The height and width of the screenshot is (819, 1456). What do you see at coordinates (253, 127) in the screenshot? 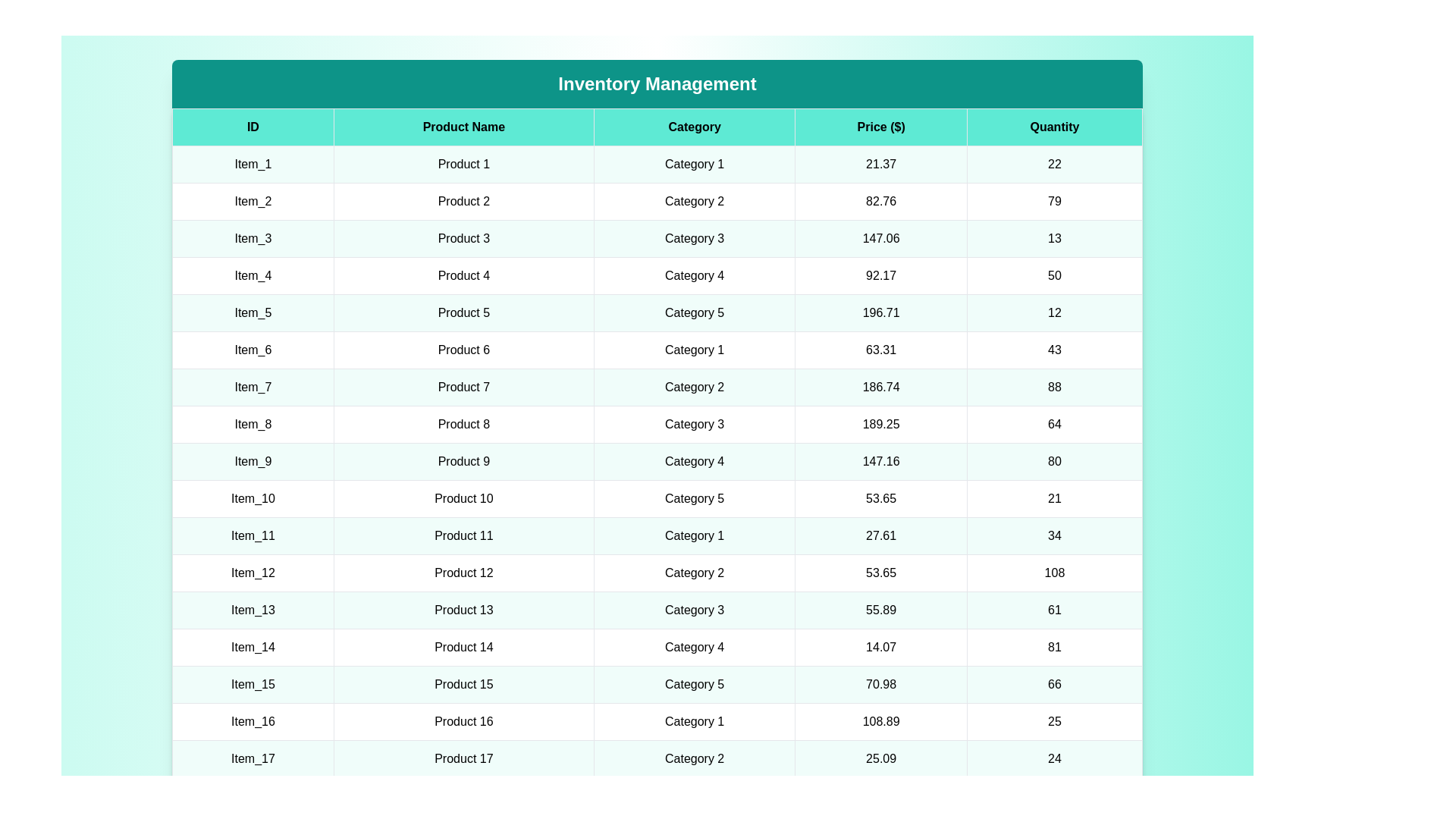
I see `the column header ID to sort the table by that column` at bounding box center [253, 127].